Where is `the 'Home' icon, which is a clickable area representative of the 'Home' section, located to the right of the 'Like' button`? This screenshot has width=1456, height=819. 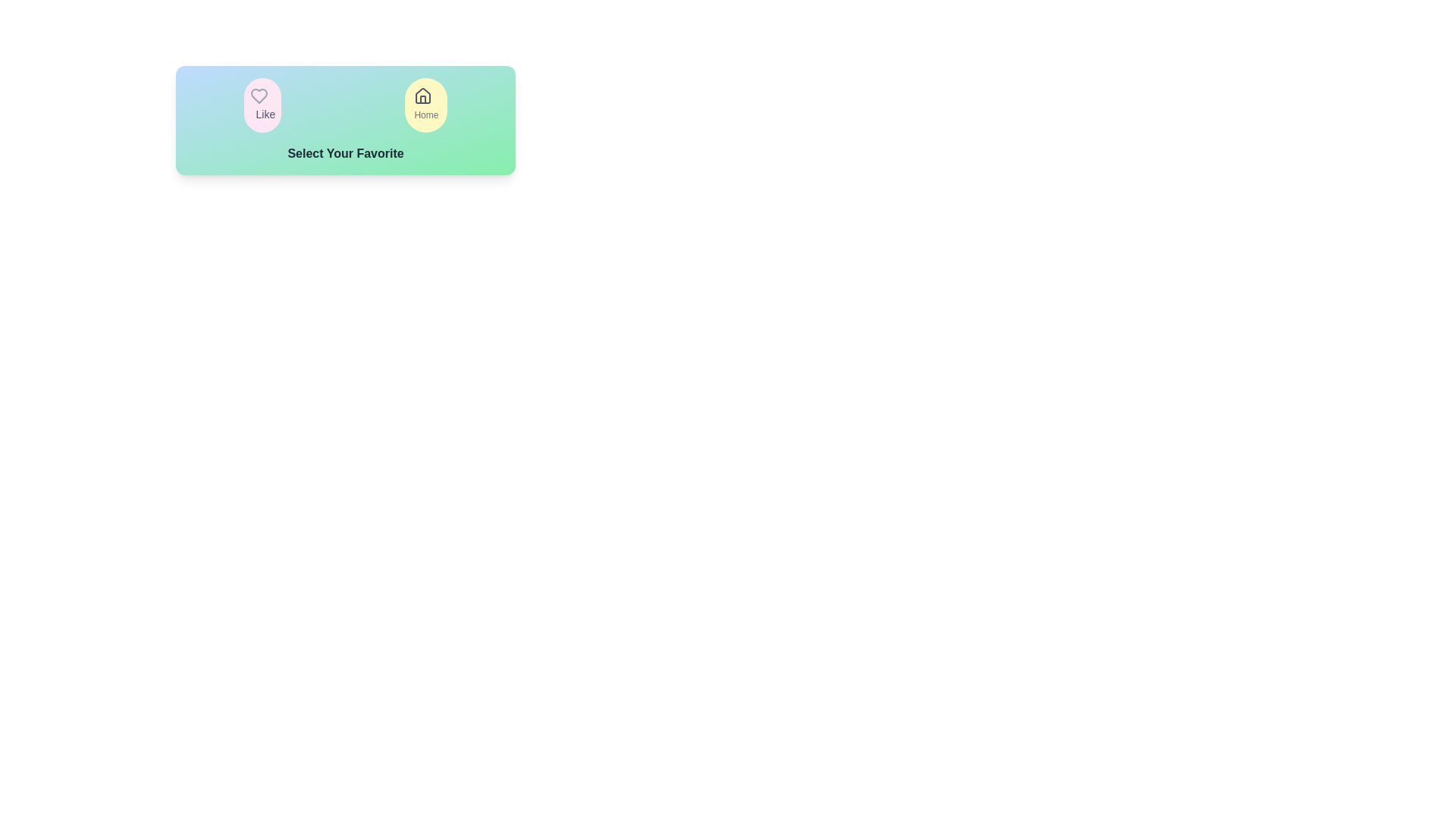
the 'Home' icon, which is a clickable area representative of the 'Home' section, located to the right of the 'Like' button is located at coordinates (423, 96).